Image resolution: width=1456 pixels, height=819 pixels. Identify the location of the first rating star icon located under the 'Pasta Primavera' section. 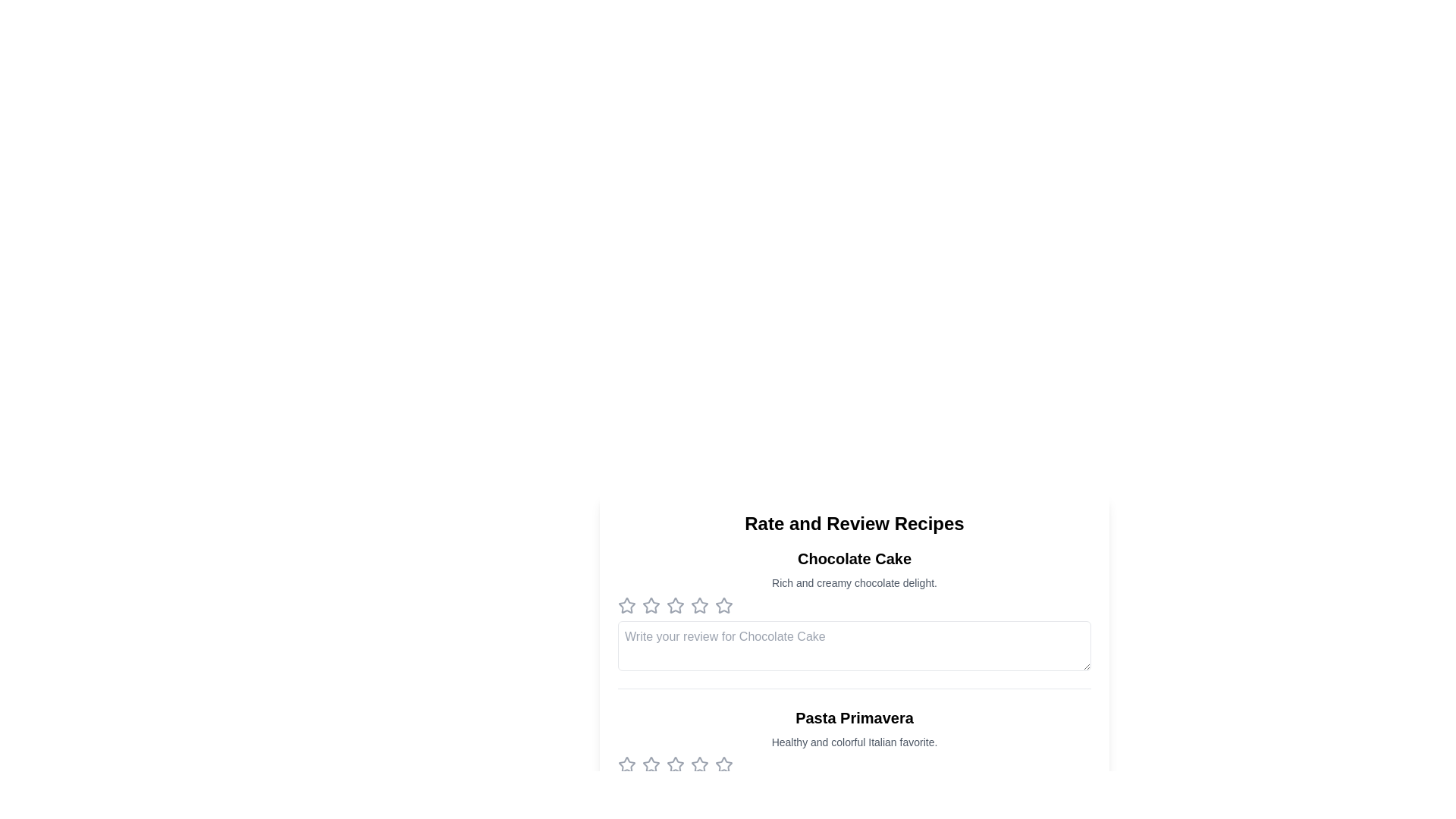
(675, 764).